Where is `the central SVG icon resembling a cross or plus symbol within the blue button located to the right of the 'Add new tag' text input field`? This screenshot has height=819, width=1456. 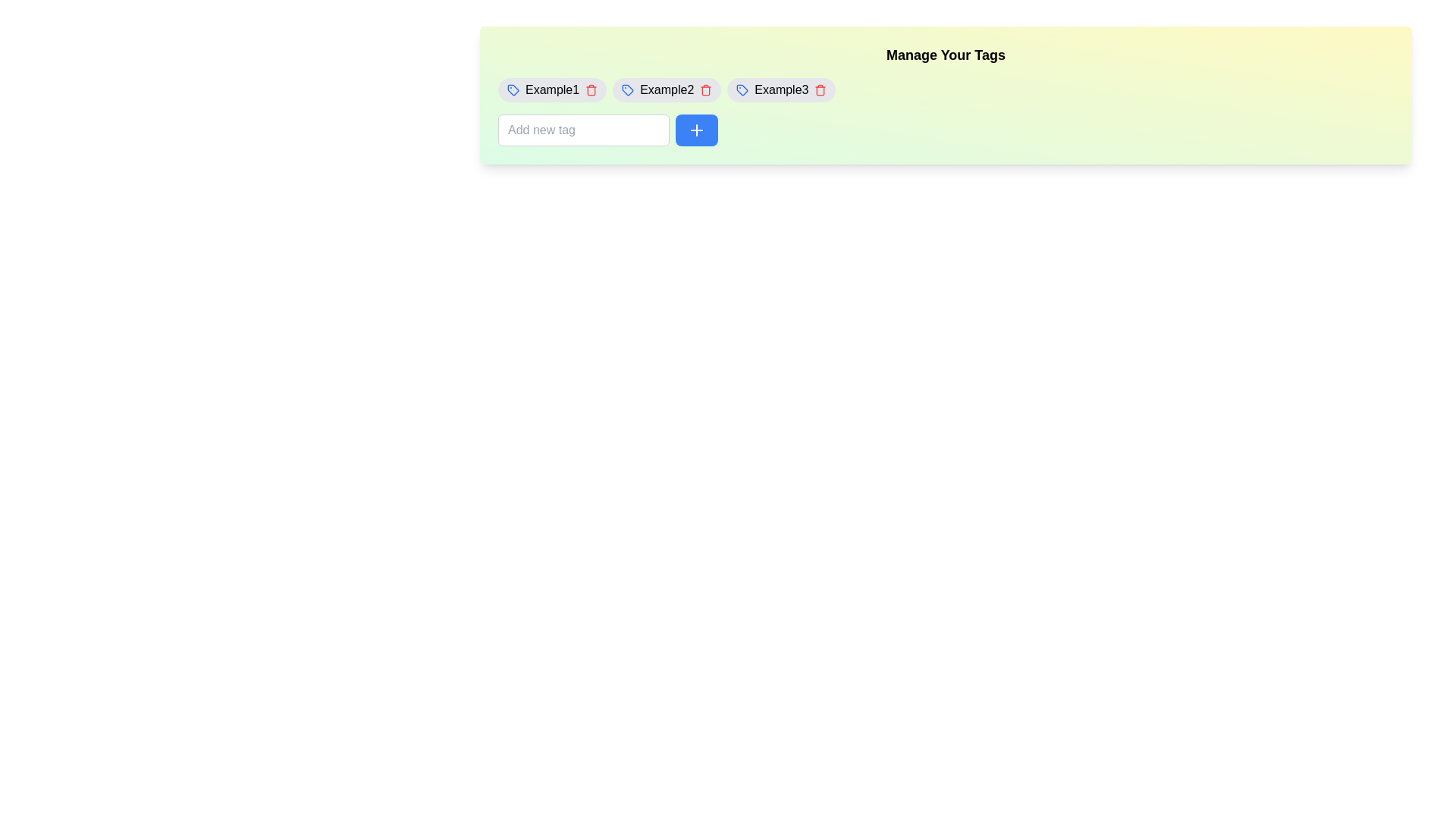
the central SVG icon resembling a cross or plus symbol within the blue button located to the right of the 'Add new tag' text input field is located at coordinates (695, 130).